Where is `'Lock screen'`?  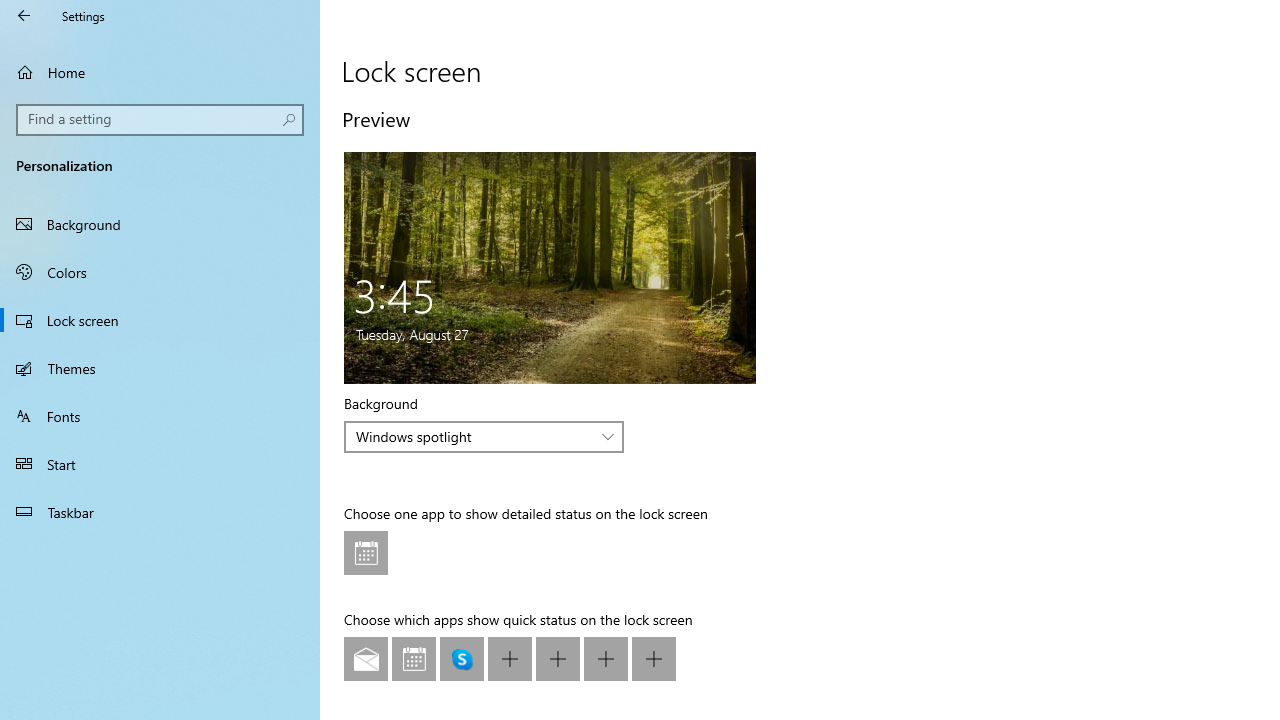
'Lock screen' is located at coordinates (160, 319).